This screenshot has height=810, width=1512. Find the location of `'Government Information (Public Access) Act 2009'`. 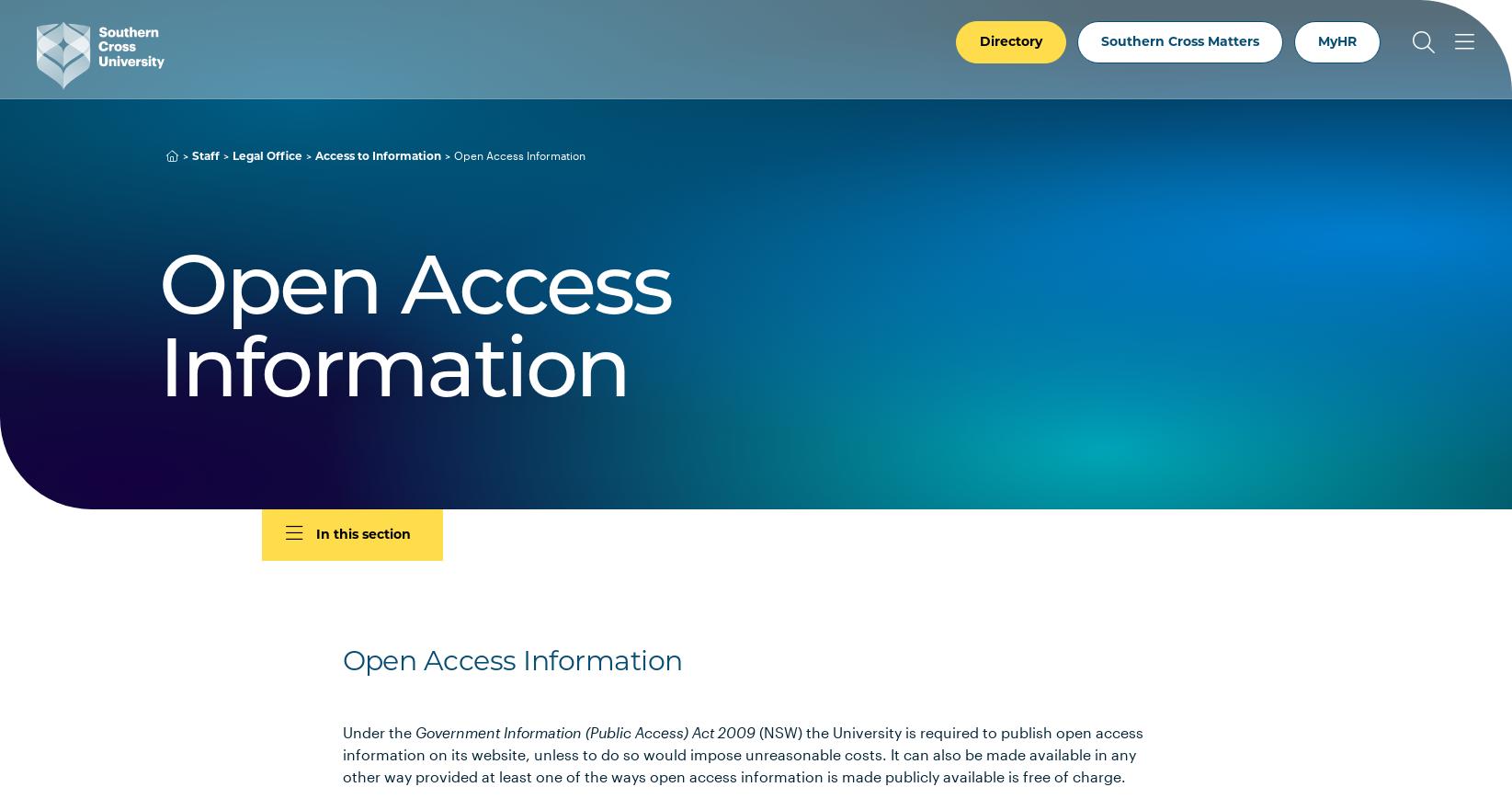

'Government Information (Public Access) Act 2009' is located at coordinates (583, 732).